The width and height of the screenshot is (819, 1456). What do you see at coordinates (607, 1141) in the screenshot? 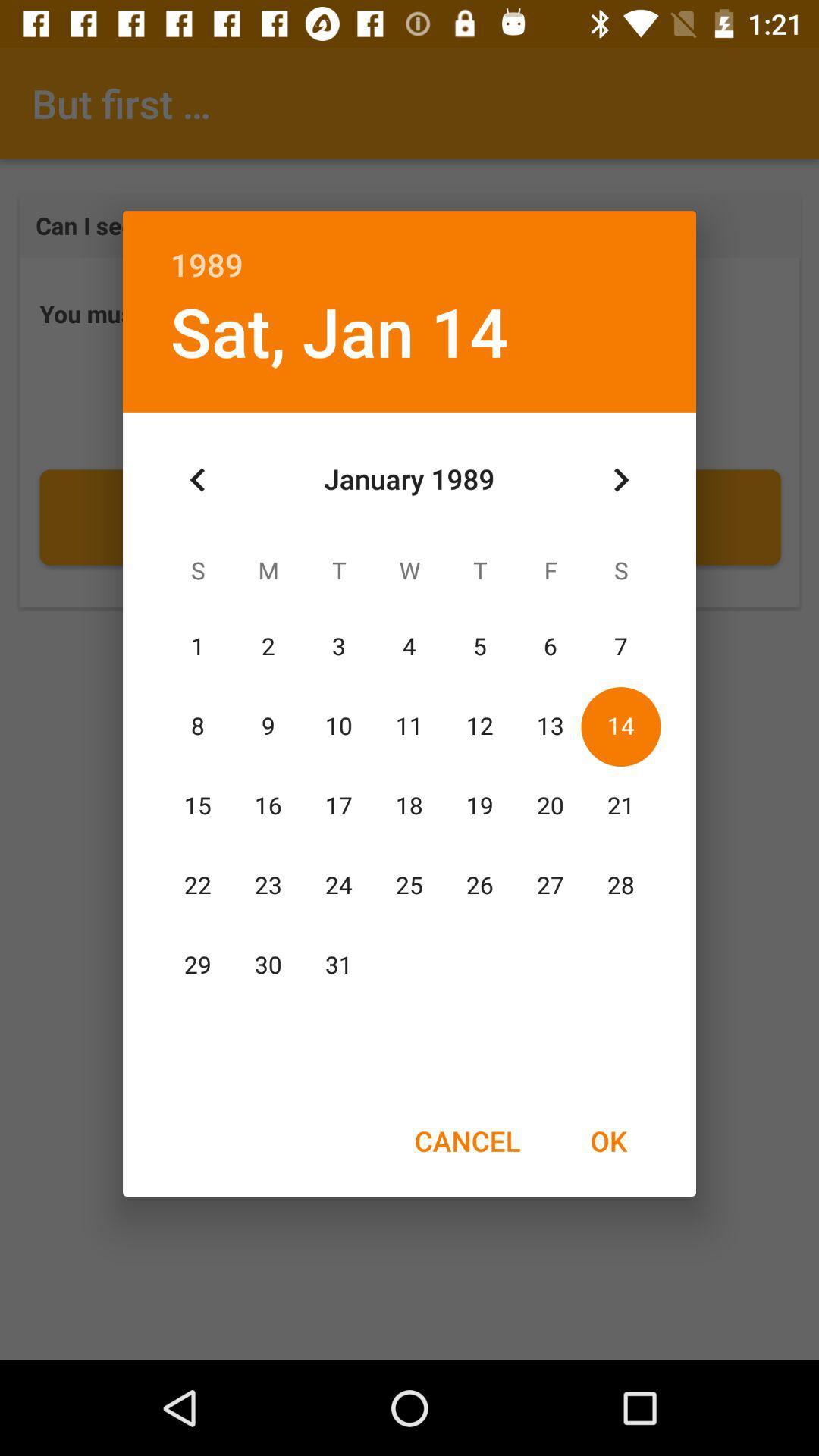
I see `the item next to the cancel` at bounding box center [607, 1141].